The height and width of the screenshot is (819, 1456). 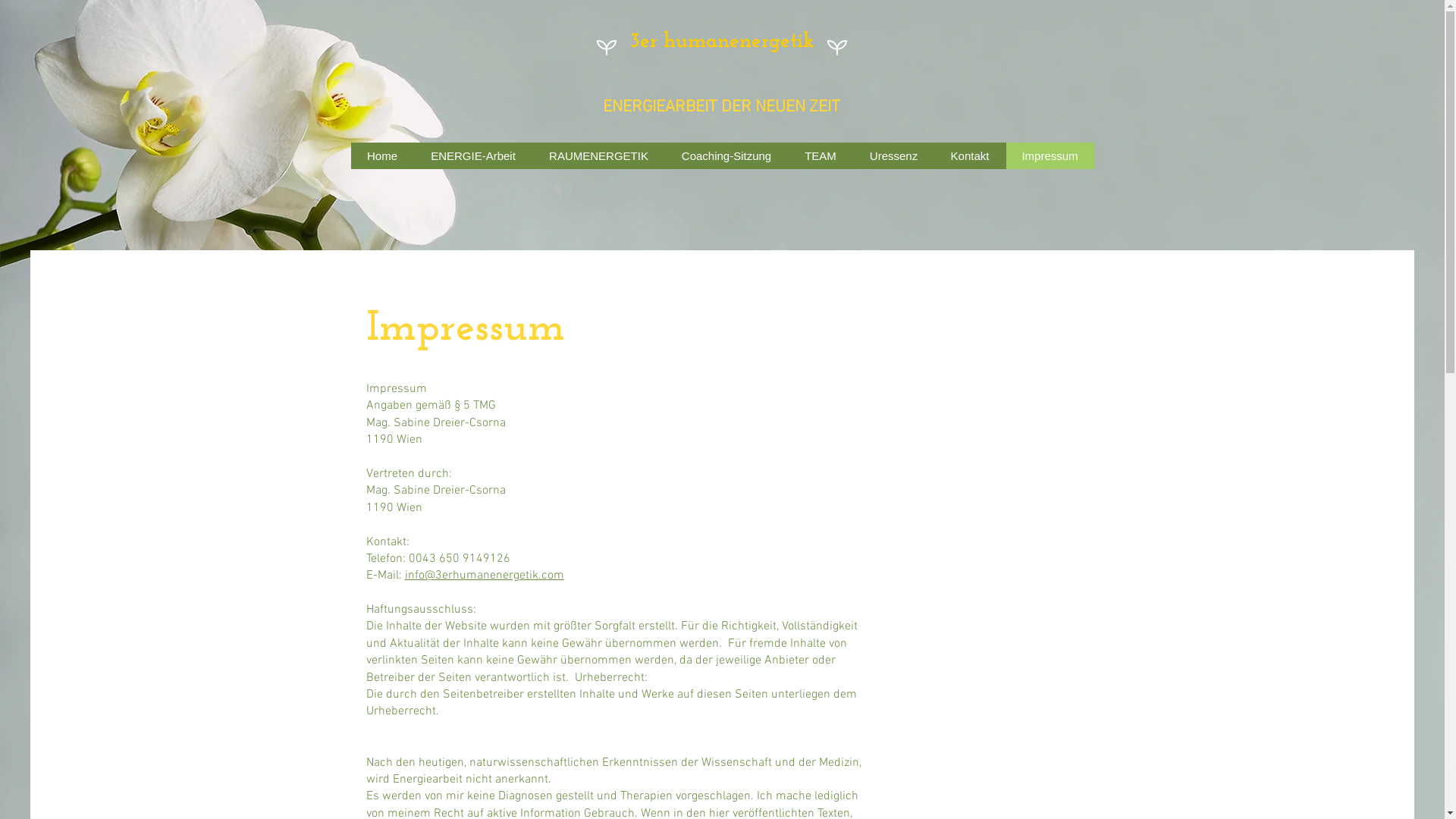 I want to click on 'Home', so click(x=381, y=155).